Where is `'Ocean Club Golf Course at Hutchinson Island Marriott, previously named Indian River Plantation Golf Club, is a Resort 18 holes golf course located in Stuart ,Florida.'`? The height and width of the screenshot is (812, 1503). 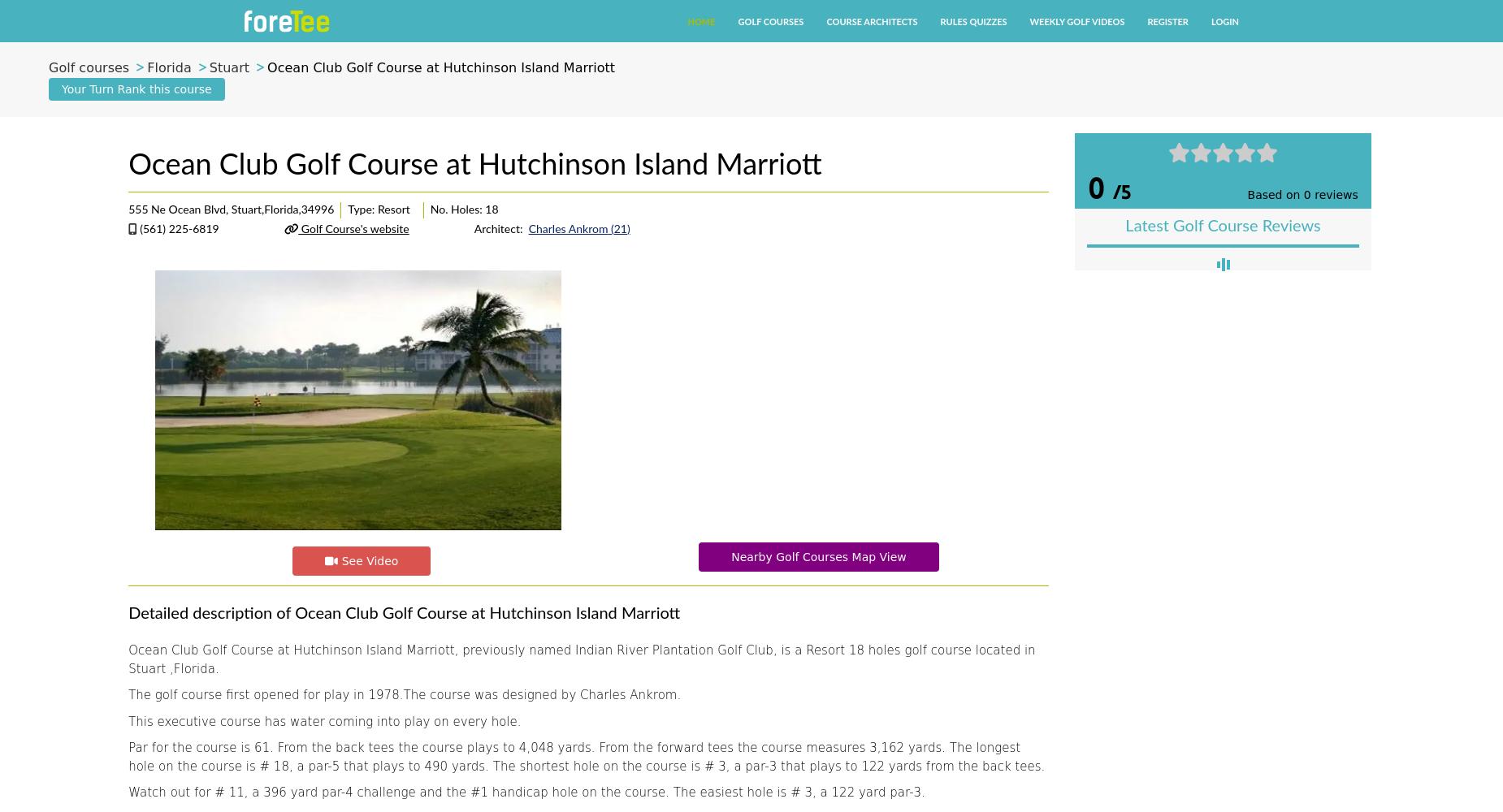
'Ocean Club Golf Course at Hutchinson Island Marriott, previously named Indian River Plantation Golf Club, is a Resort 18 holes golf course located in Stuart ,Florida.' is located at coordinates (581, 659).